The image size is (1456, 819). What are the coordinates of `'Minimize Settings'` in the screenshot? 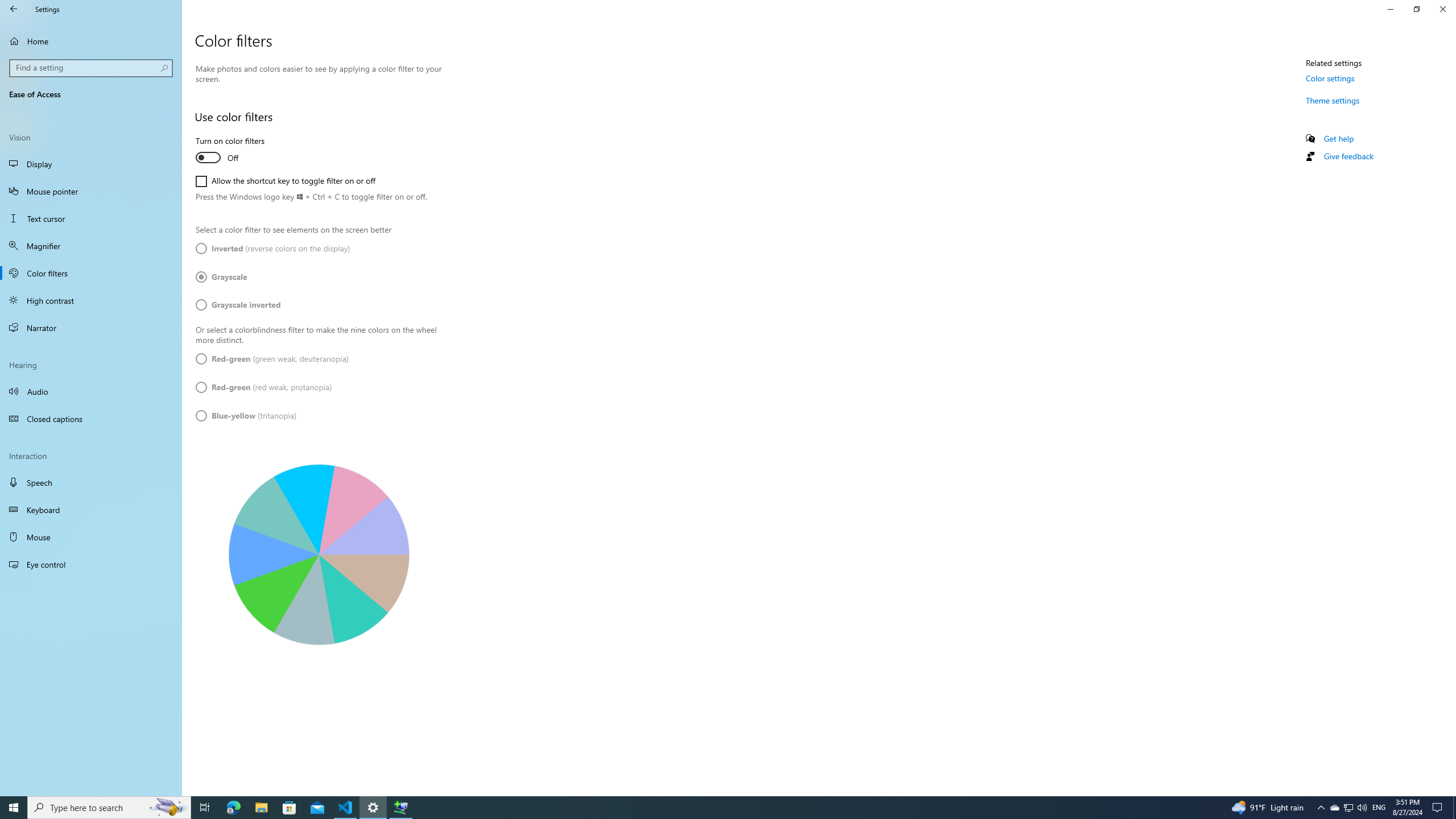 It's located at (1389, 9).